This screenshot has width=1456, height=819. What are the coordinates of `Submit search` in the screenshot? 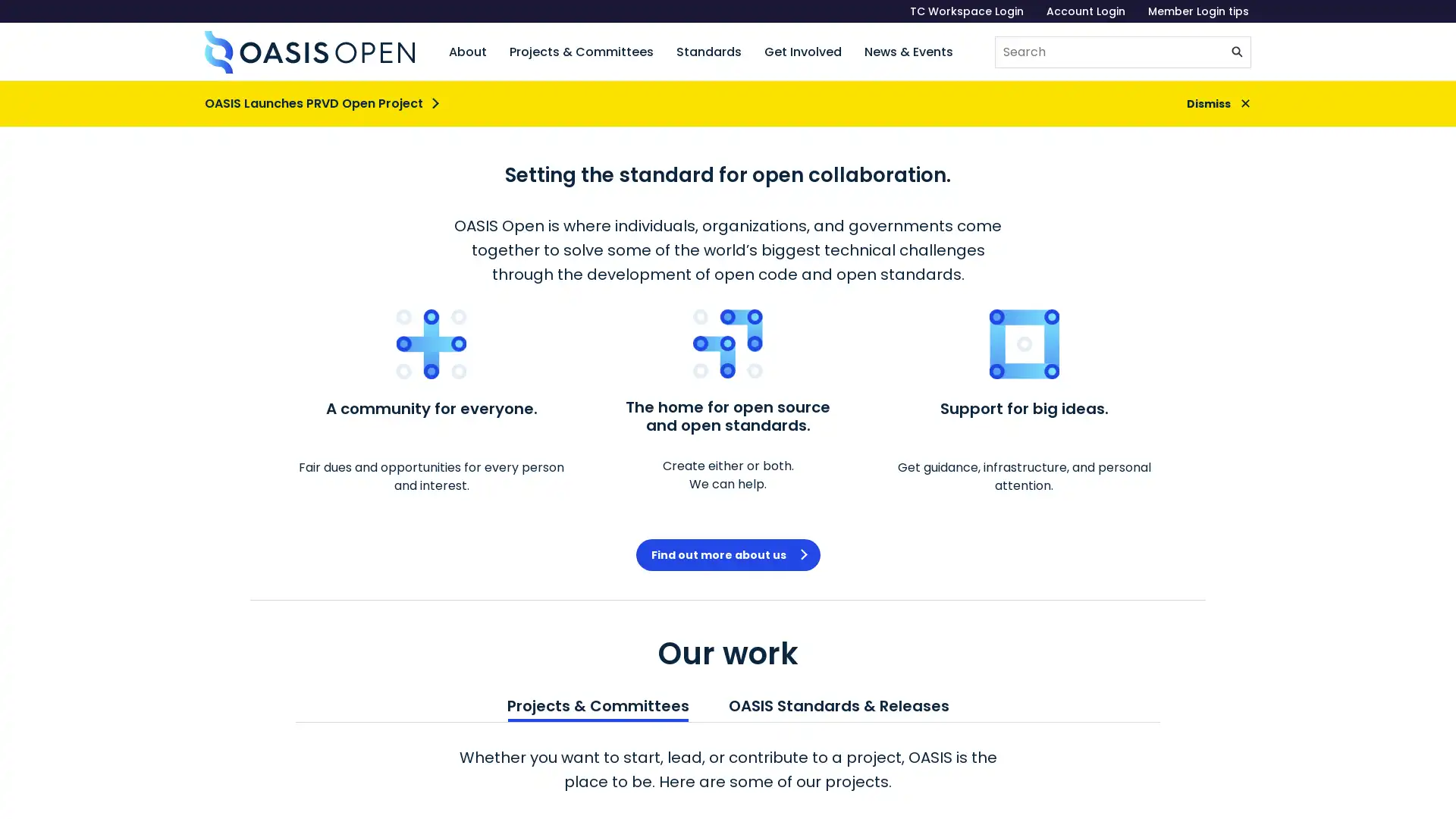 It's located at (1238, 52).